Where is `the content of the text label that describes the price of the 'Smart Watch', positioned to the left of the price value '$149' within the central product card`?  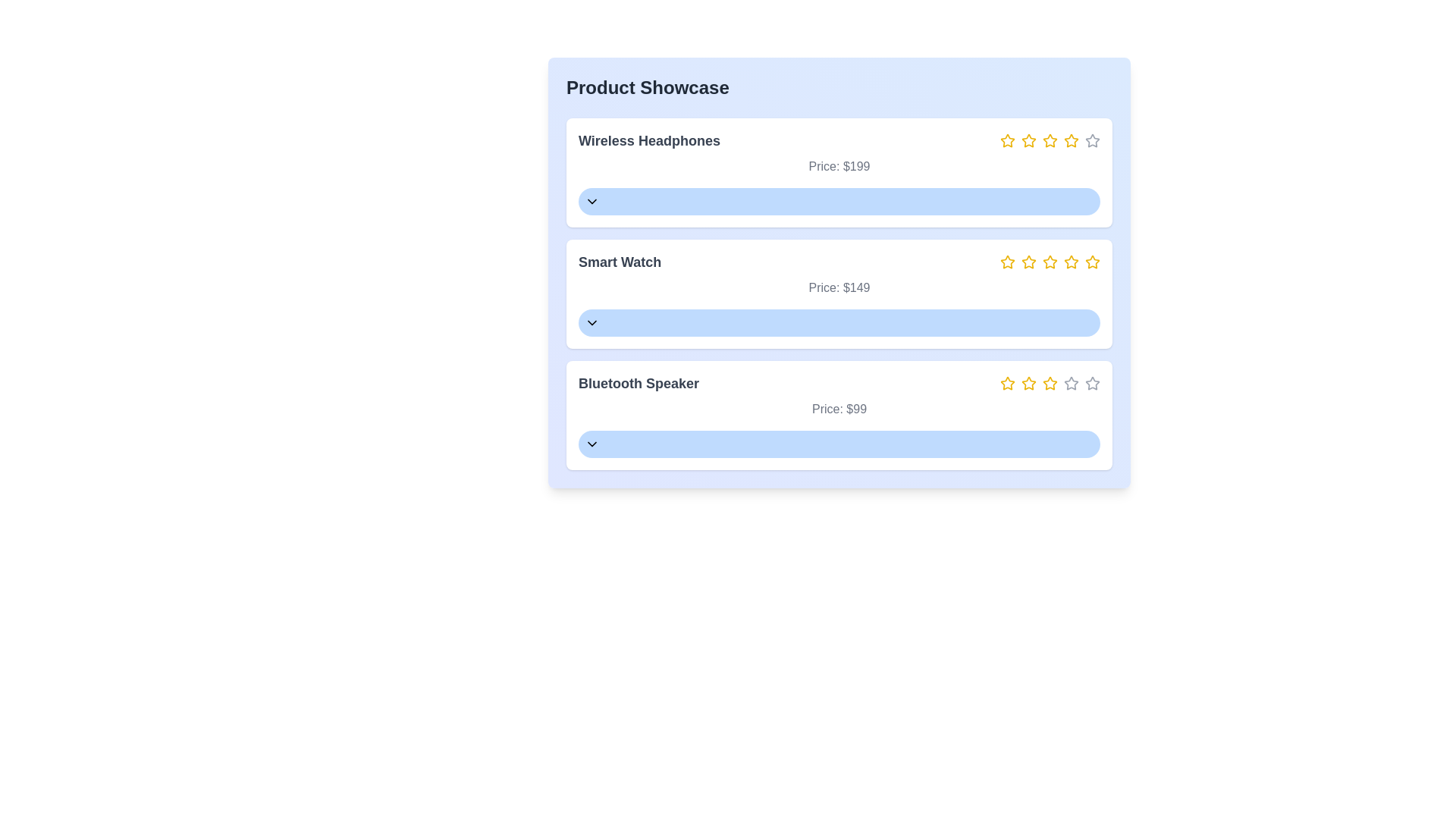
the content of the text label that describes the price of the 'Smart Watch', positioned to the left of the price value '$149' within the central product card is located at coordinates (823, 287).